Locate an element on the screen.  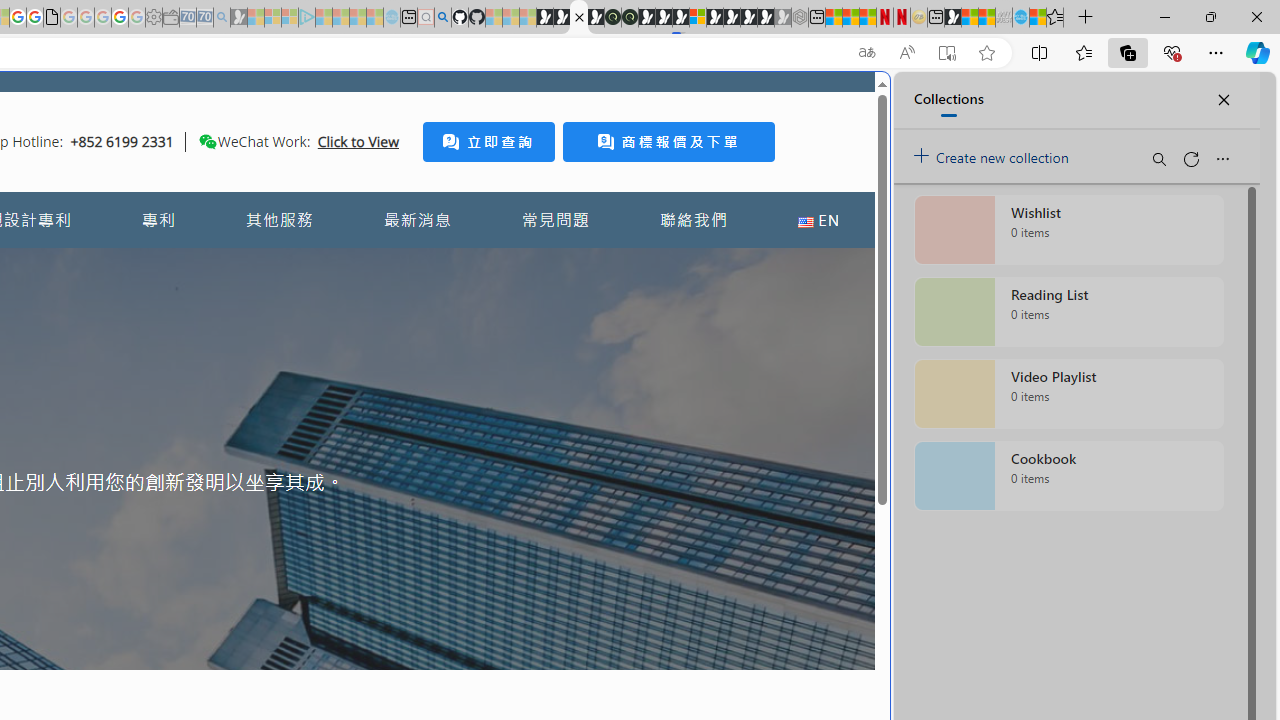
'Show translate options' is located at coordinates (867, 52).